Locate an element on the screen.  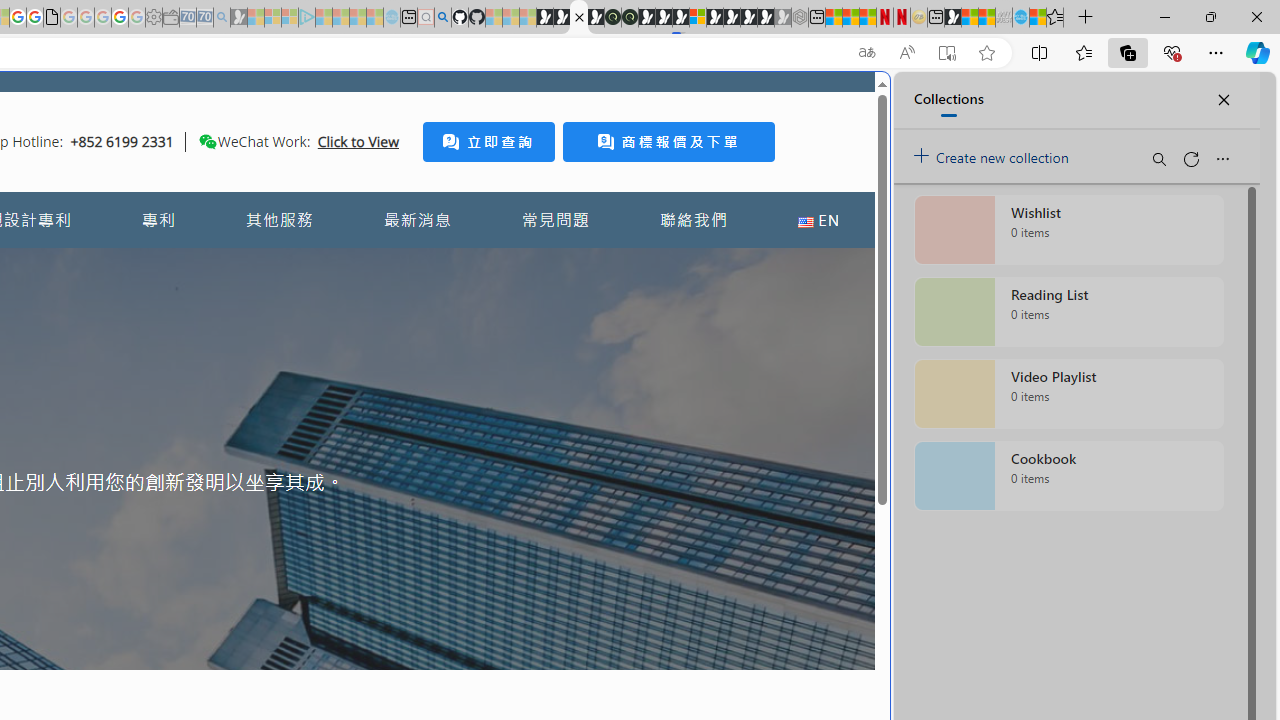
'Show translate options' is located at coordinates (867, 52).